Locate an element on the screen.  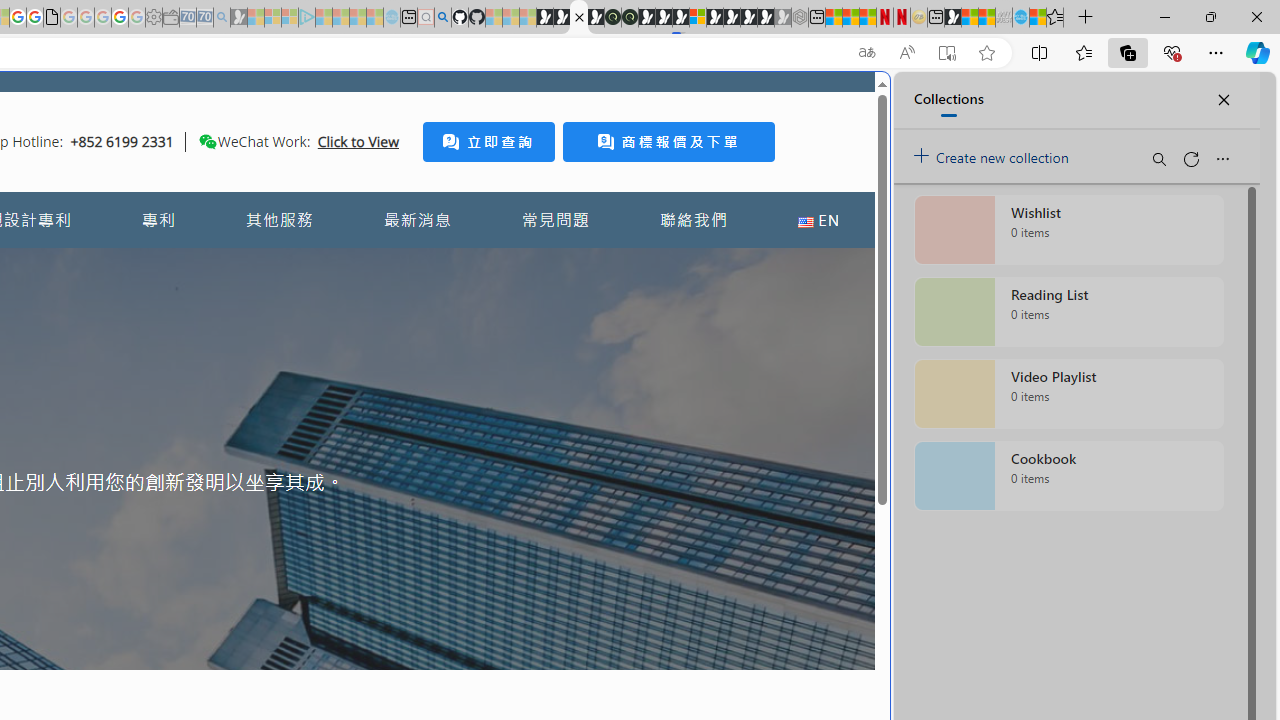
'Show translate options' is located at coordinates (867, 52).